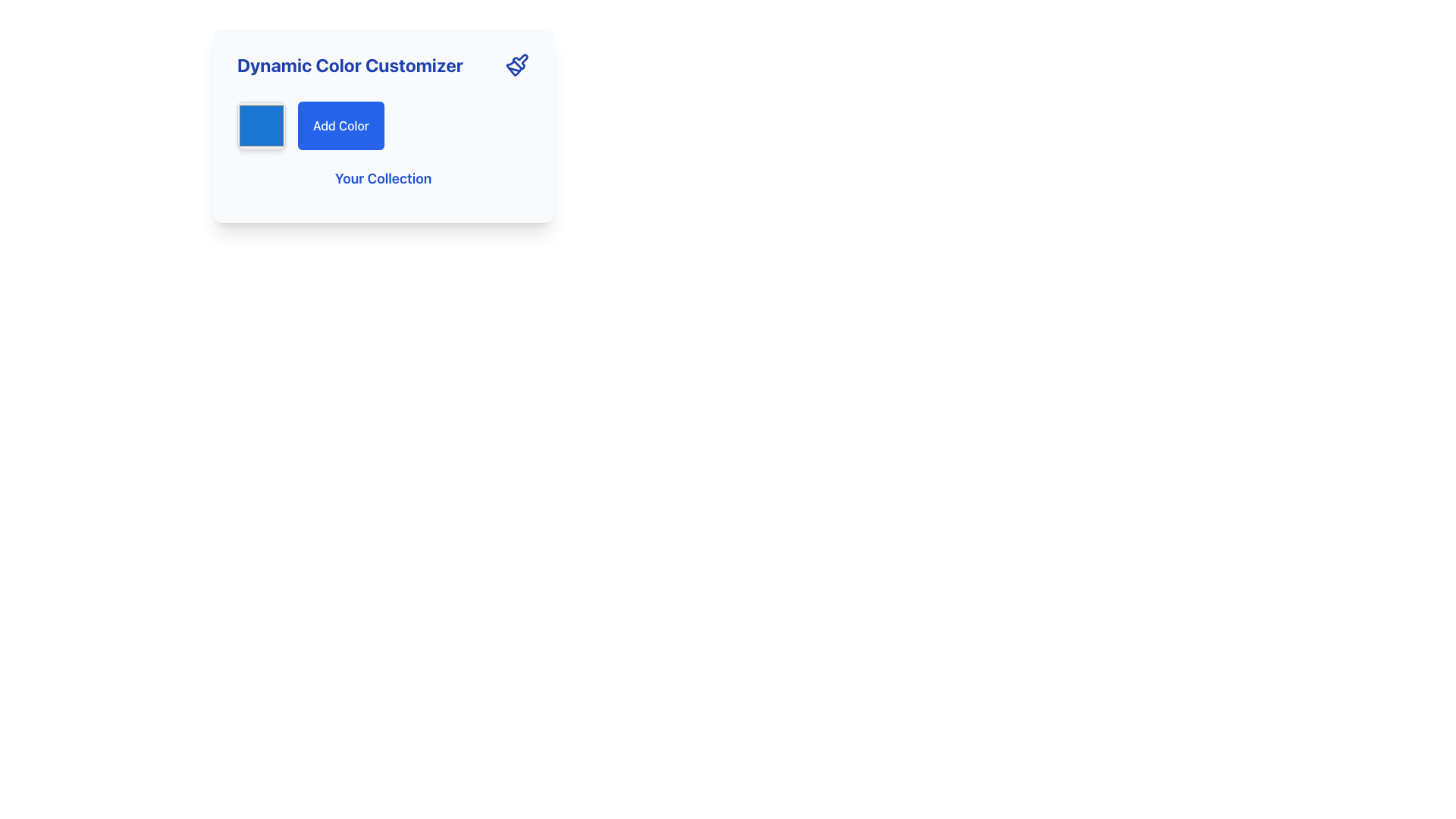 This screenshot has width=1456, height=819. What do you see at coordinates (516, 64) in the screenshot?
I see `the icon located to the far right of the 'Dynamic Color Customizer' text` at bounding box center [516, 64].